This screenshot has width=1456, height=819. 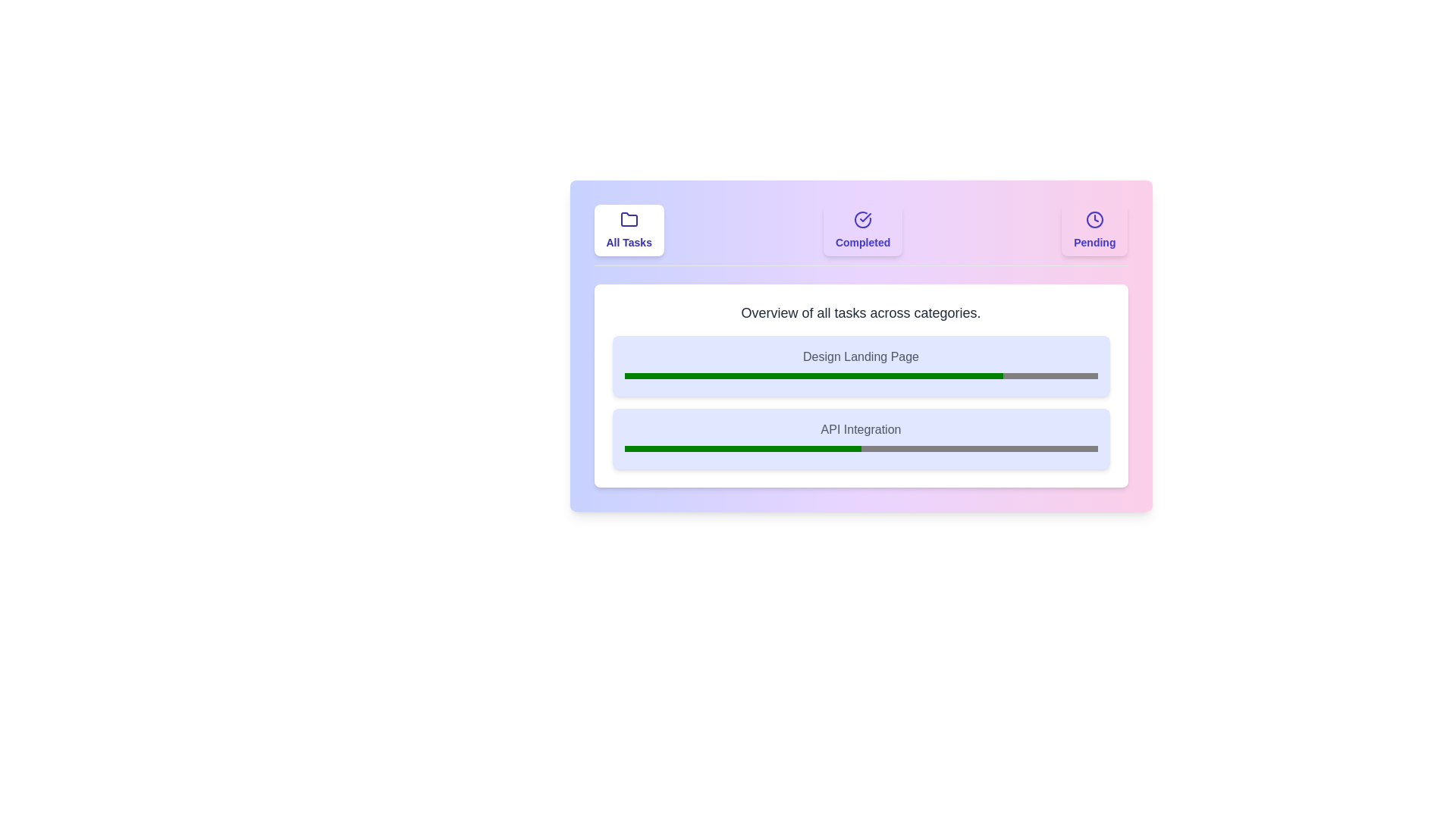 I want to click on text label indicating the status 'Completed' located at the center-bottom region of the associated button positioned at the top-middle area of the layout, so click(x=863, y=242).